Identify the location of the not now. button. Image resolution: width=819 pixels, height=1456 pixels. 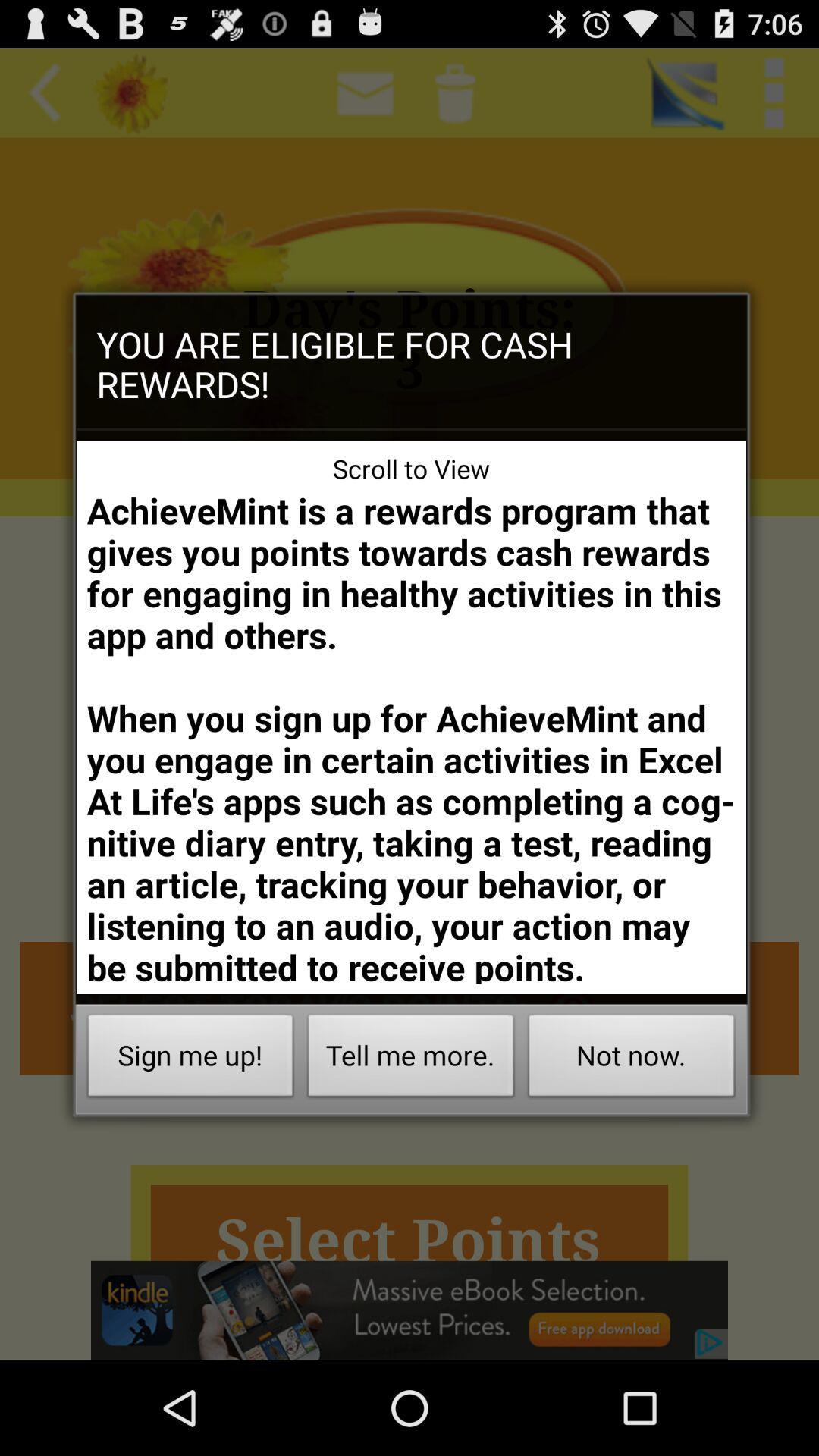
(632, 1059).